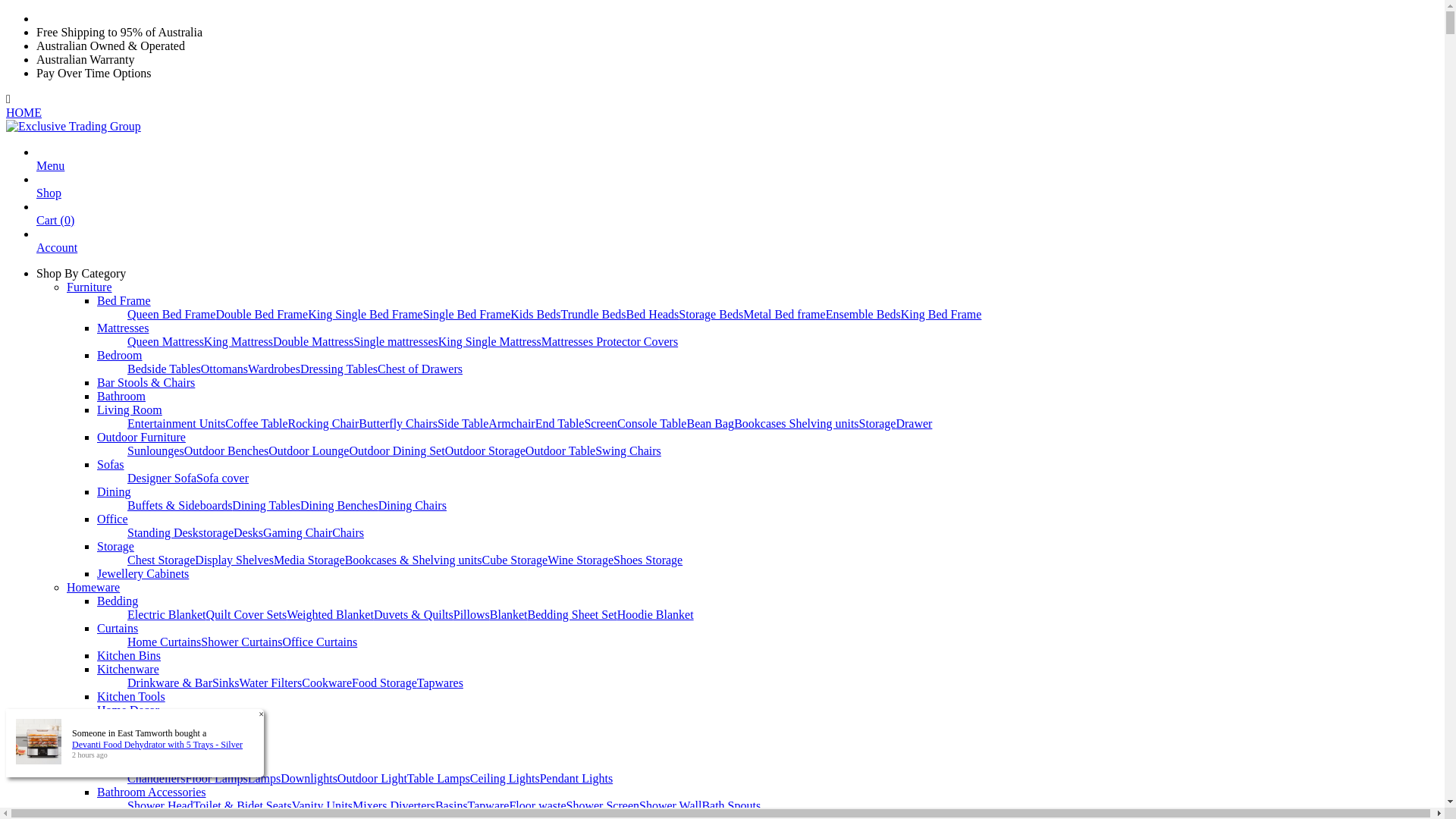  I want to click on 'Ceiling Lights', so click(505, 778).